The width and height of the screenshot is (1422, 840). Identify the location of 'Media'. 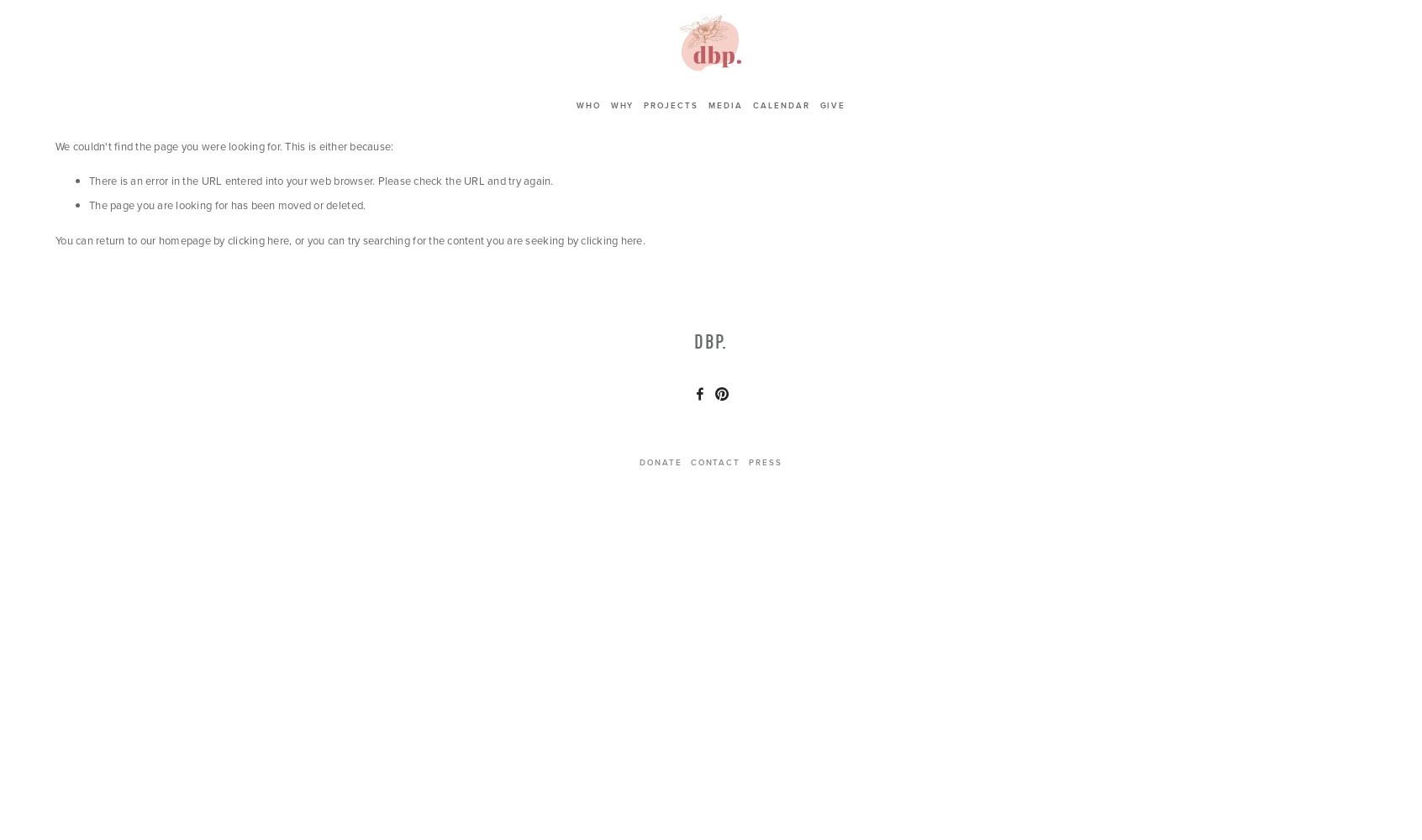
(724, 105).